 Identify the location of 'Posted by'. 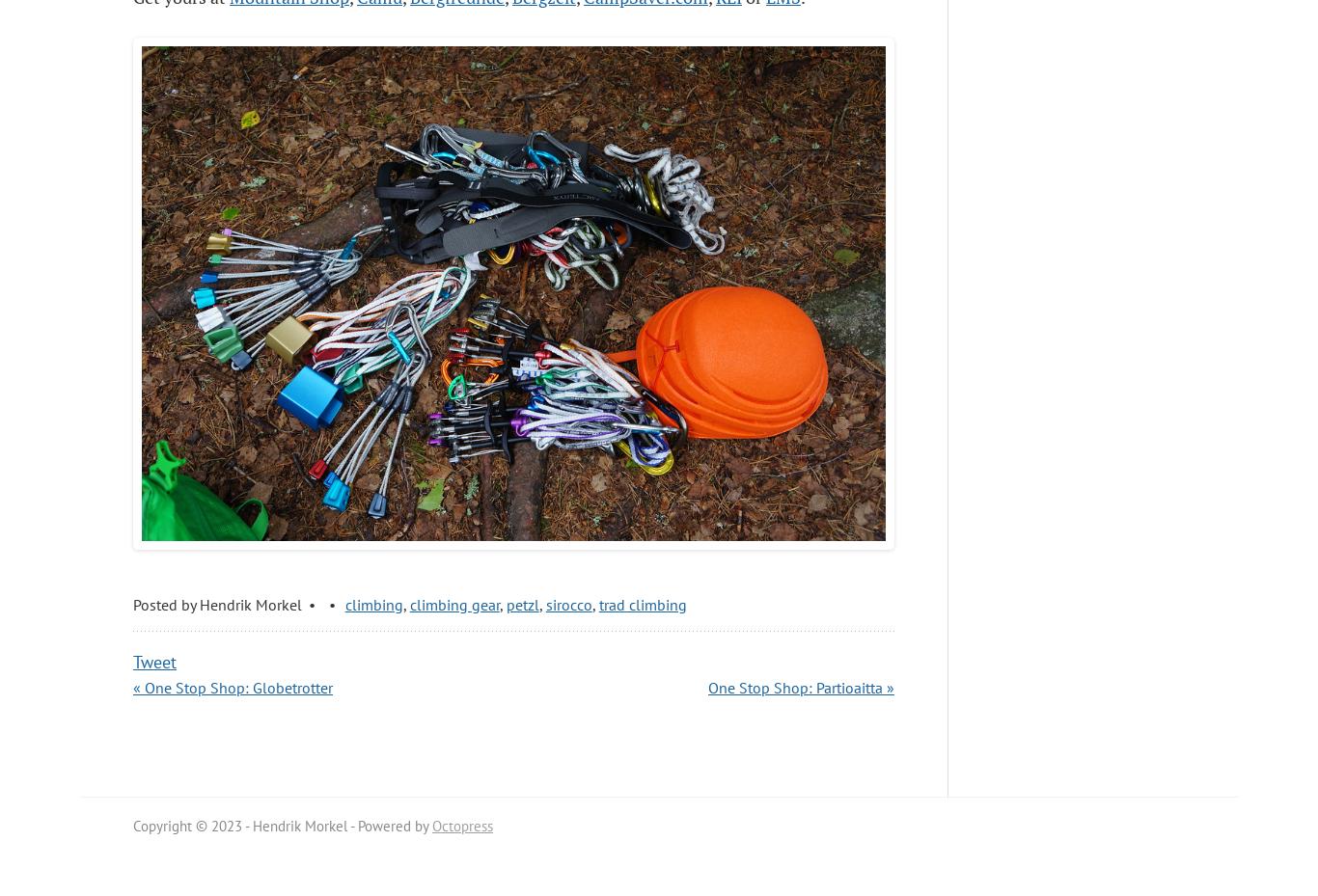
(131, 603).